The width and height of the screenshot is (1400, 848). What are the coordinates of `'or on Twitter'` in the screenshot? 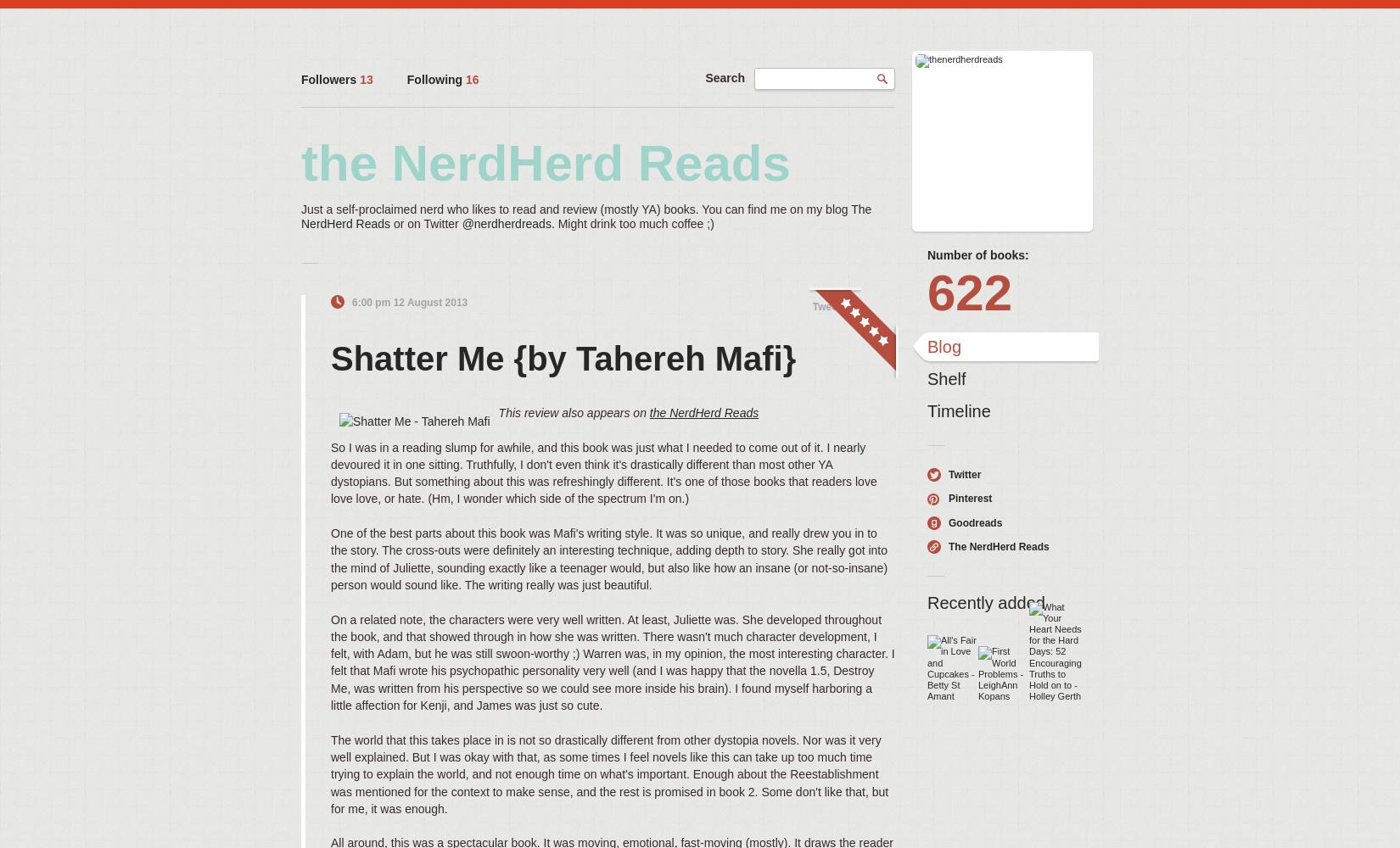 It's located at (389, 223).